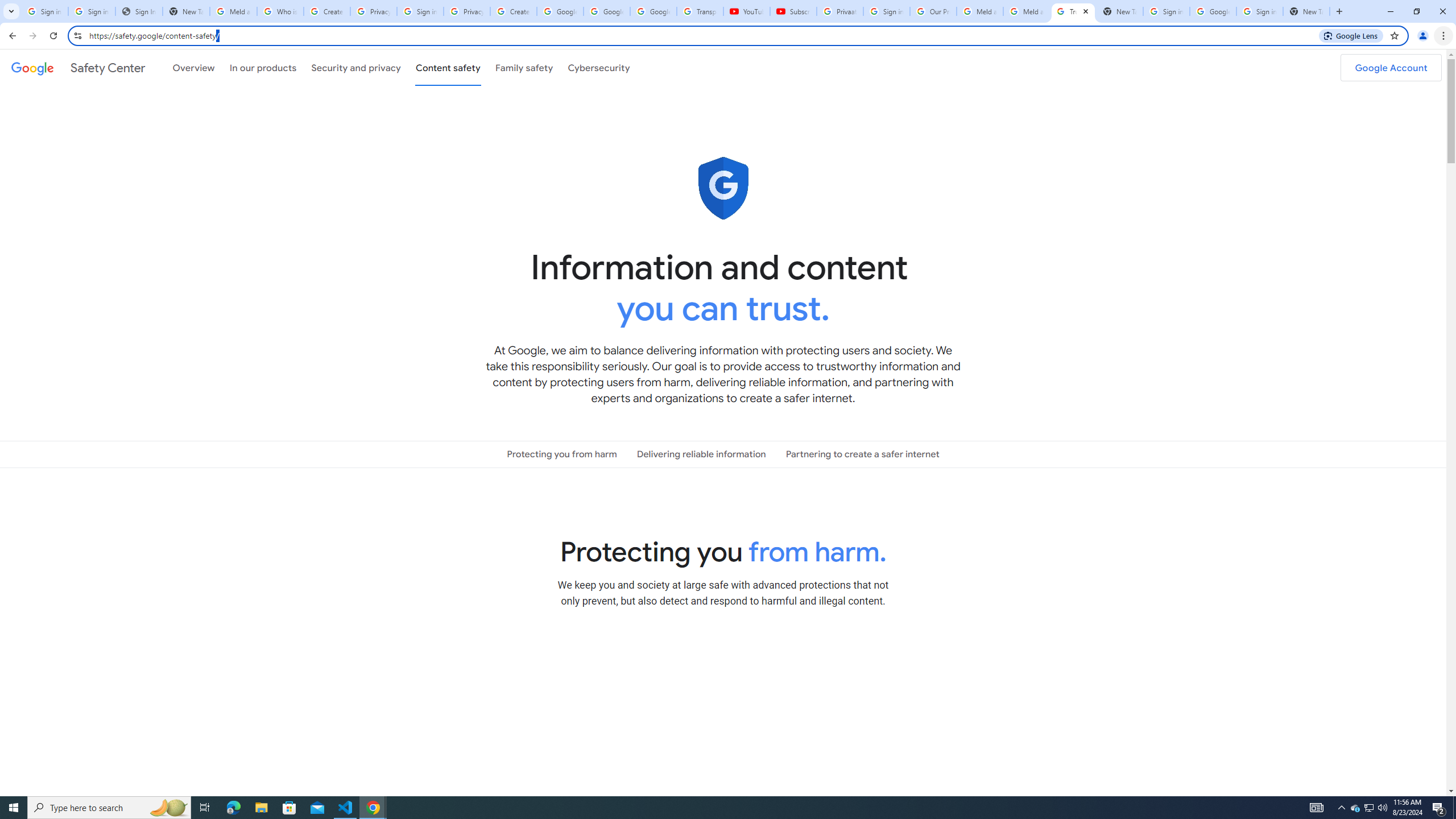 Image resolution: width=1456 pixels, height=819 pixels. What do you see at coordinates (78, 67) in the screenshot?
I see `'Safety Center'` at bounding box center [78, 67].